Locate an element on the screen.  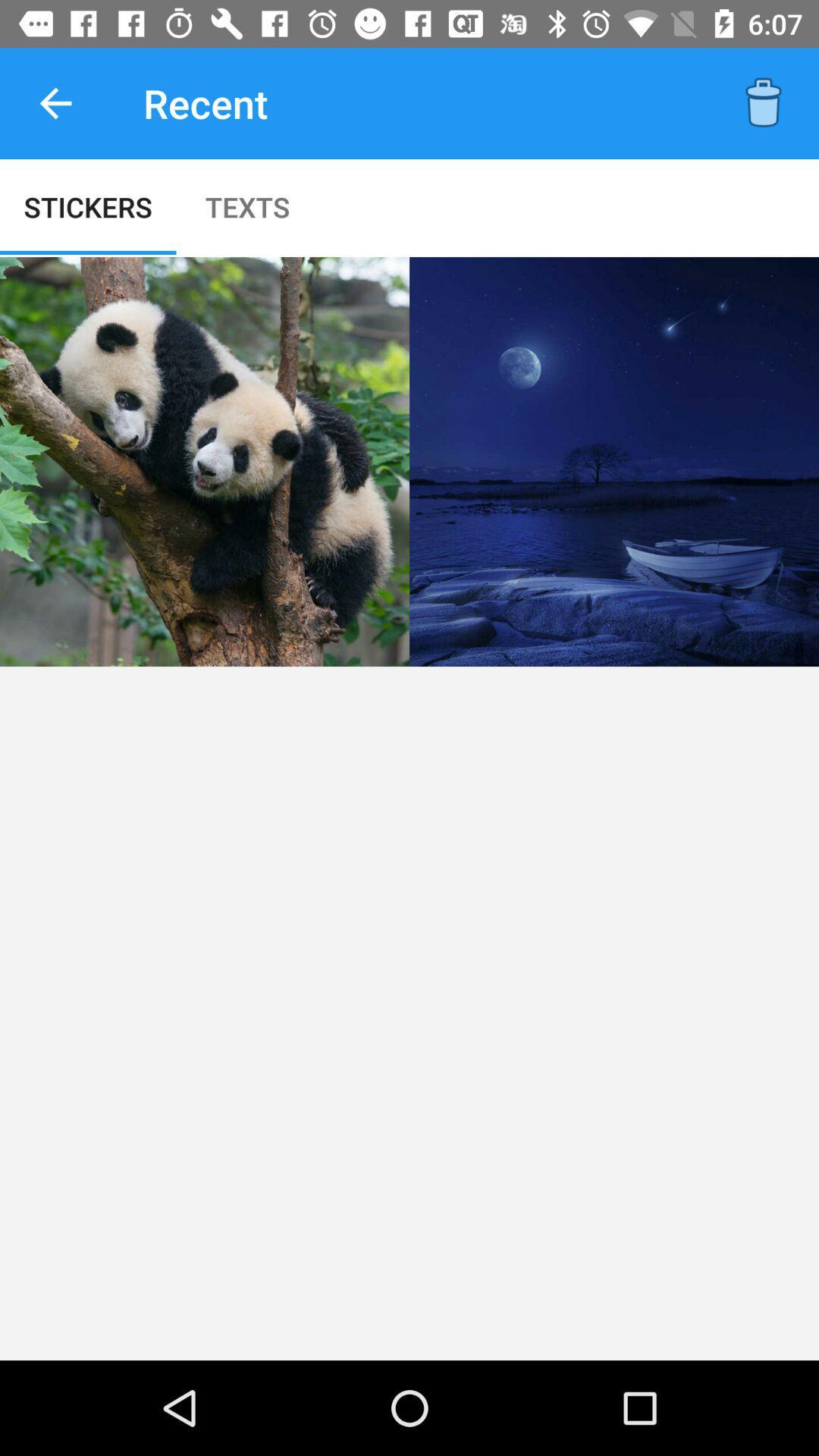
the icon next to the recent is located at coordinates (763, 102).